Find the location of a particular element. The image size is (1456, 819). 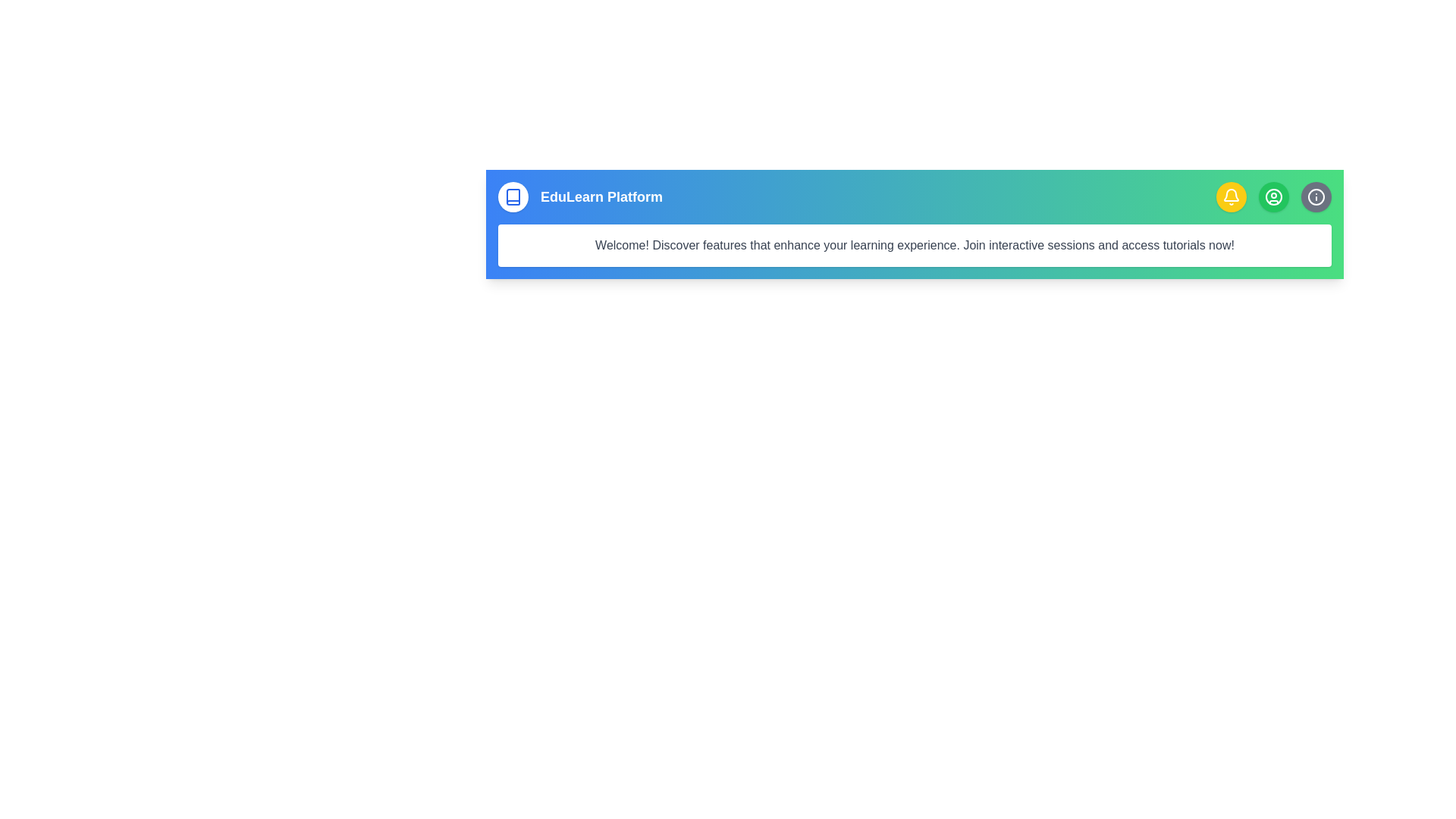

info icon button to toggle the dropdown information panel is located at coordinates (1316, 196).